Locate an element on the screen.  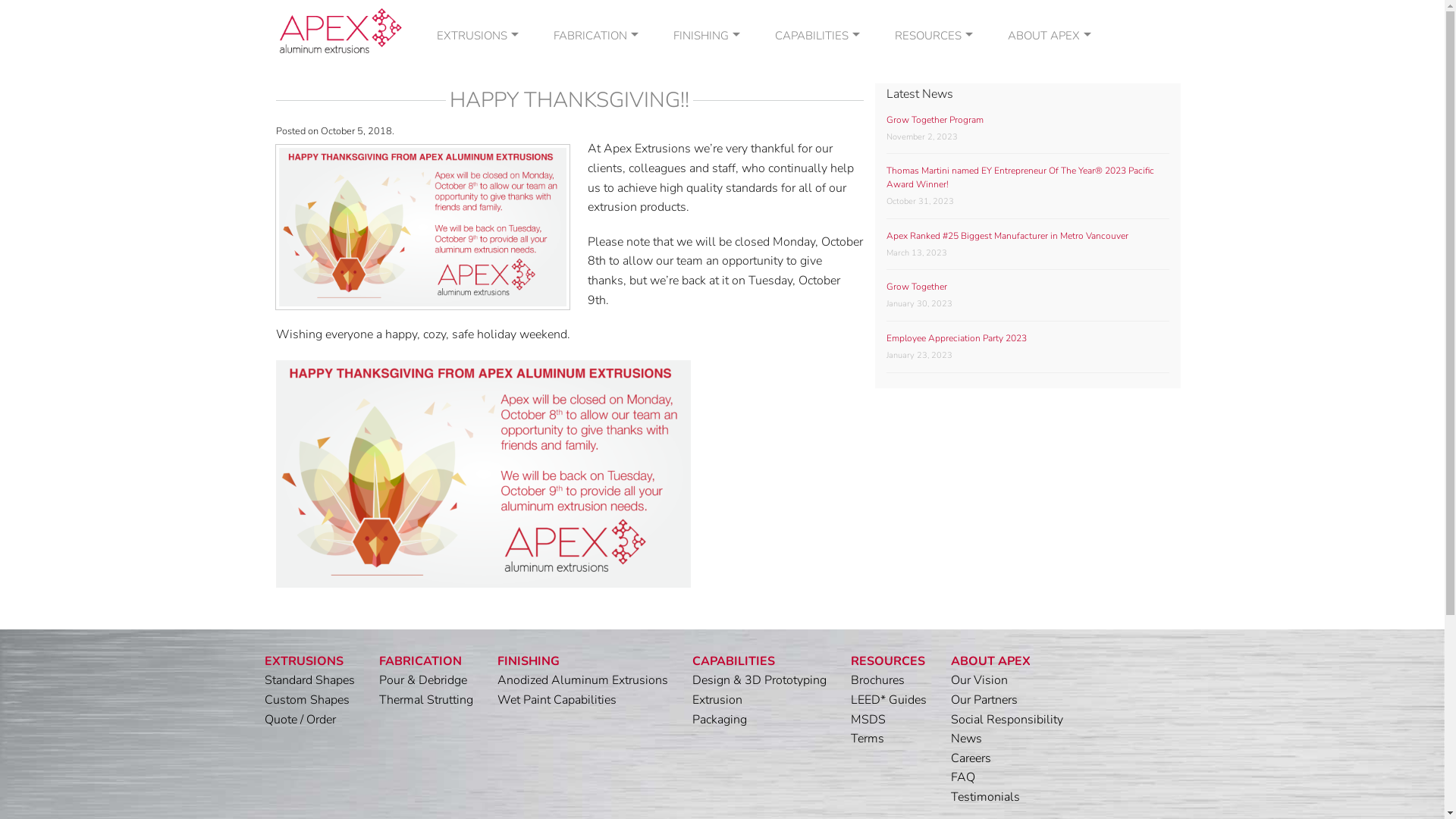
'Design & 3D Prototyping' is located at coordinates (758, 679).